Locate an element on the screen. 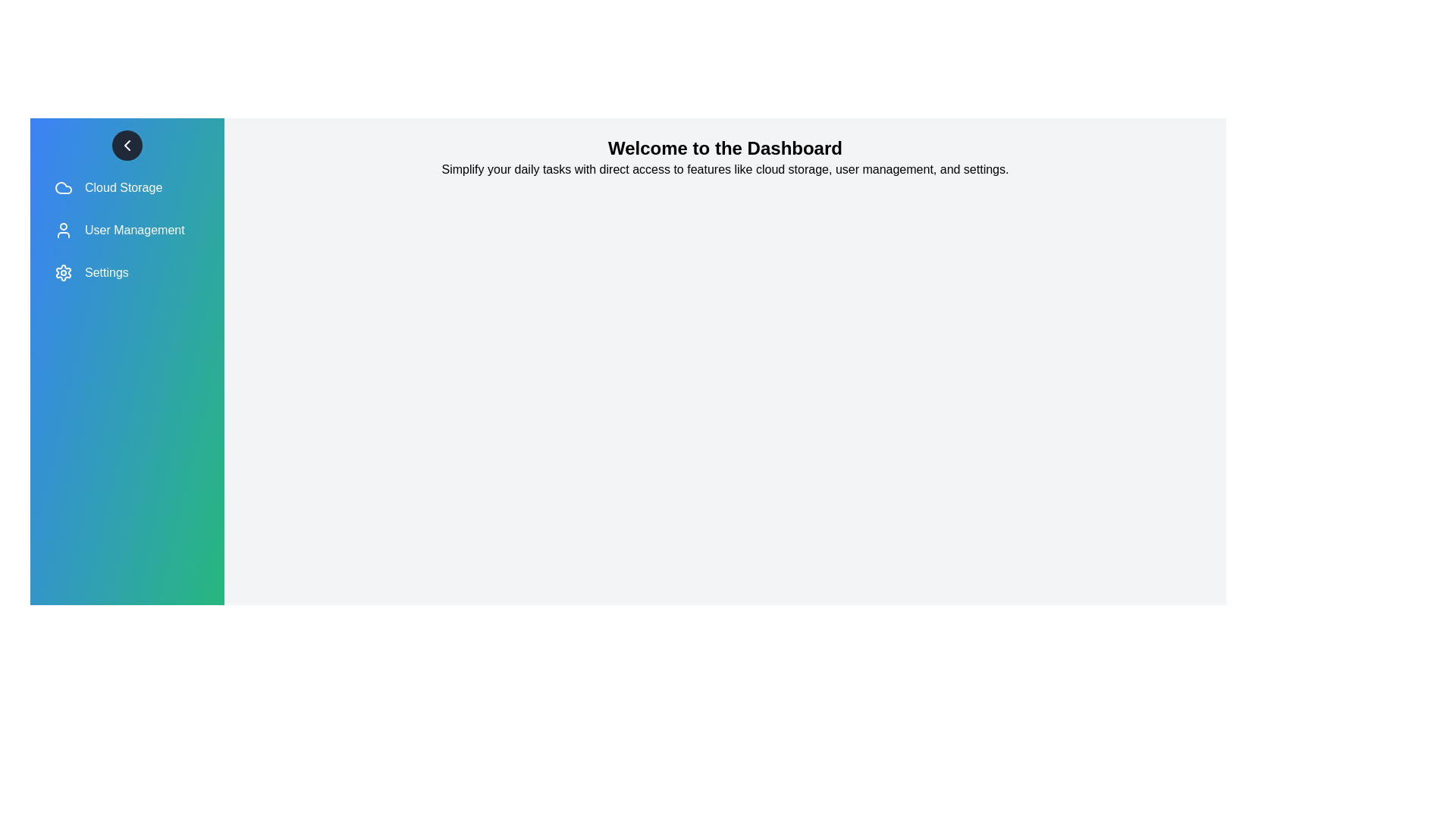  the menu item labeled 'User Management' to observe the hover effect is located at coordinates (127, 231).